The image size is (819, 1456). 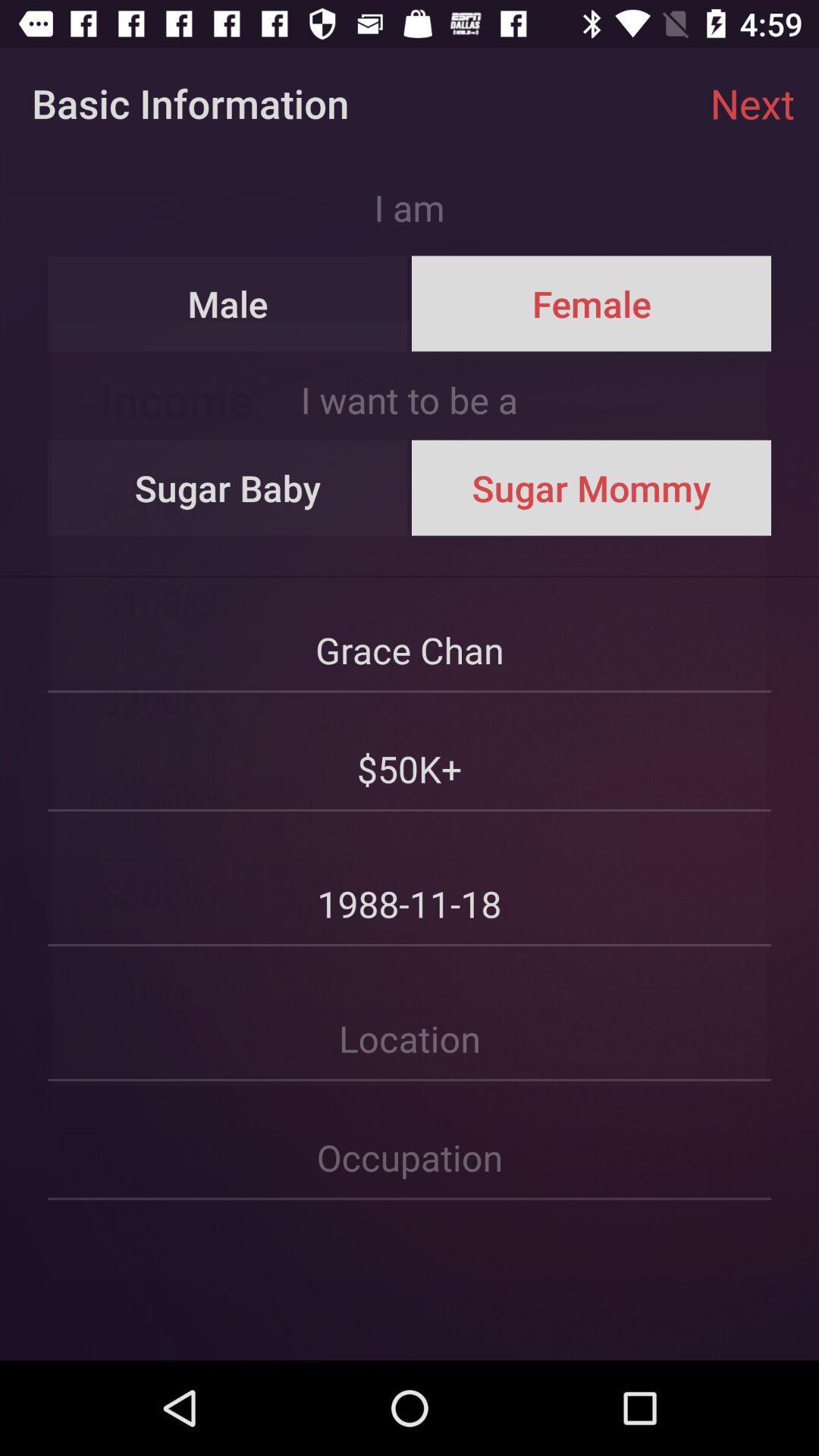 What do you see at coordinates (409, 1141) in the screenshot?
I see `because back devicer` at bounding box center [409, 1141].